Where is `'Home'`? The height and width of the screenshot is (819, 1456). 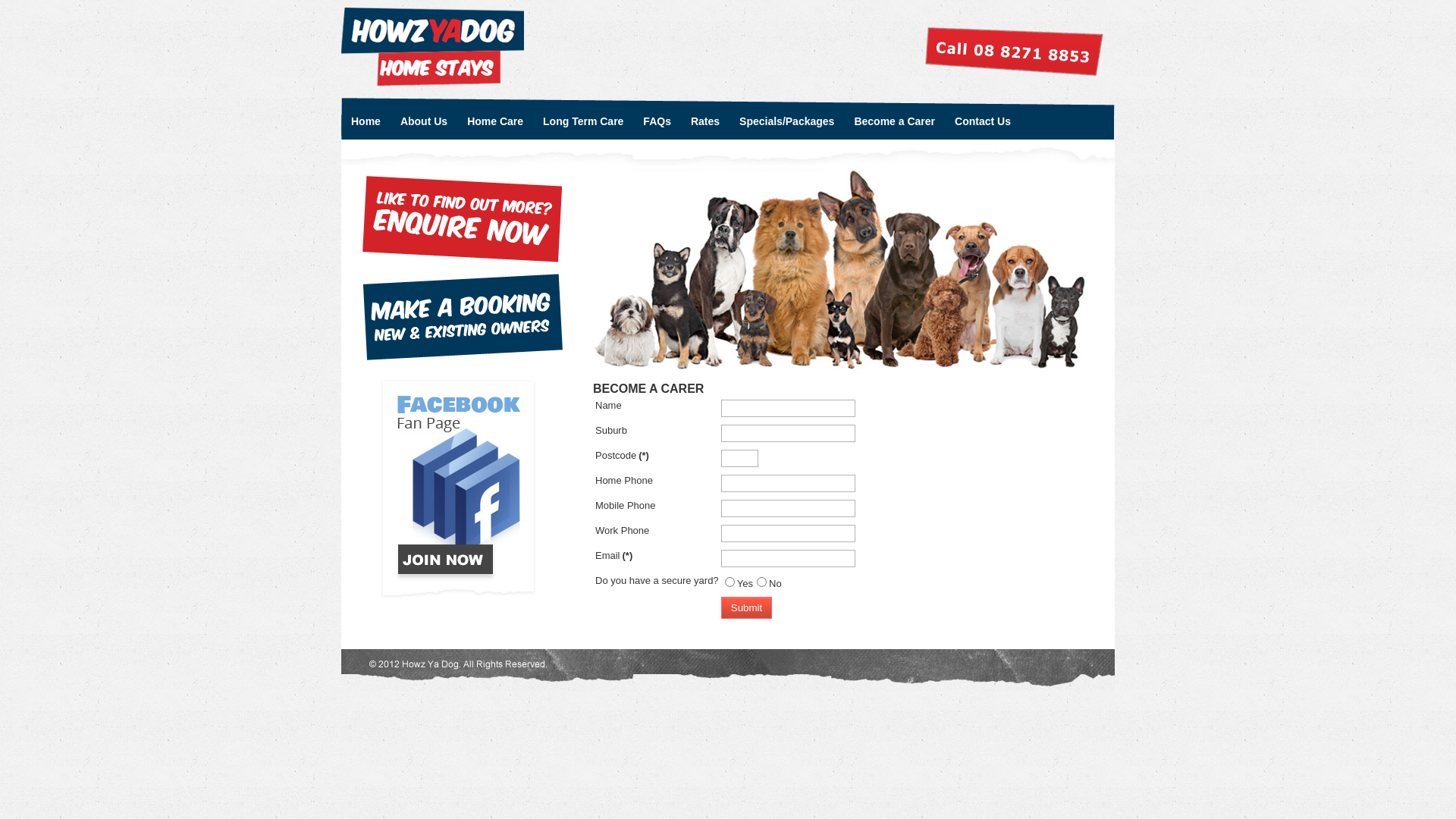
'Home' is located at coordinates (341, 117).